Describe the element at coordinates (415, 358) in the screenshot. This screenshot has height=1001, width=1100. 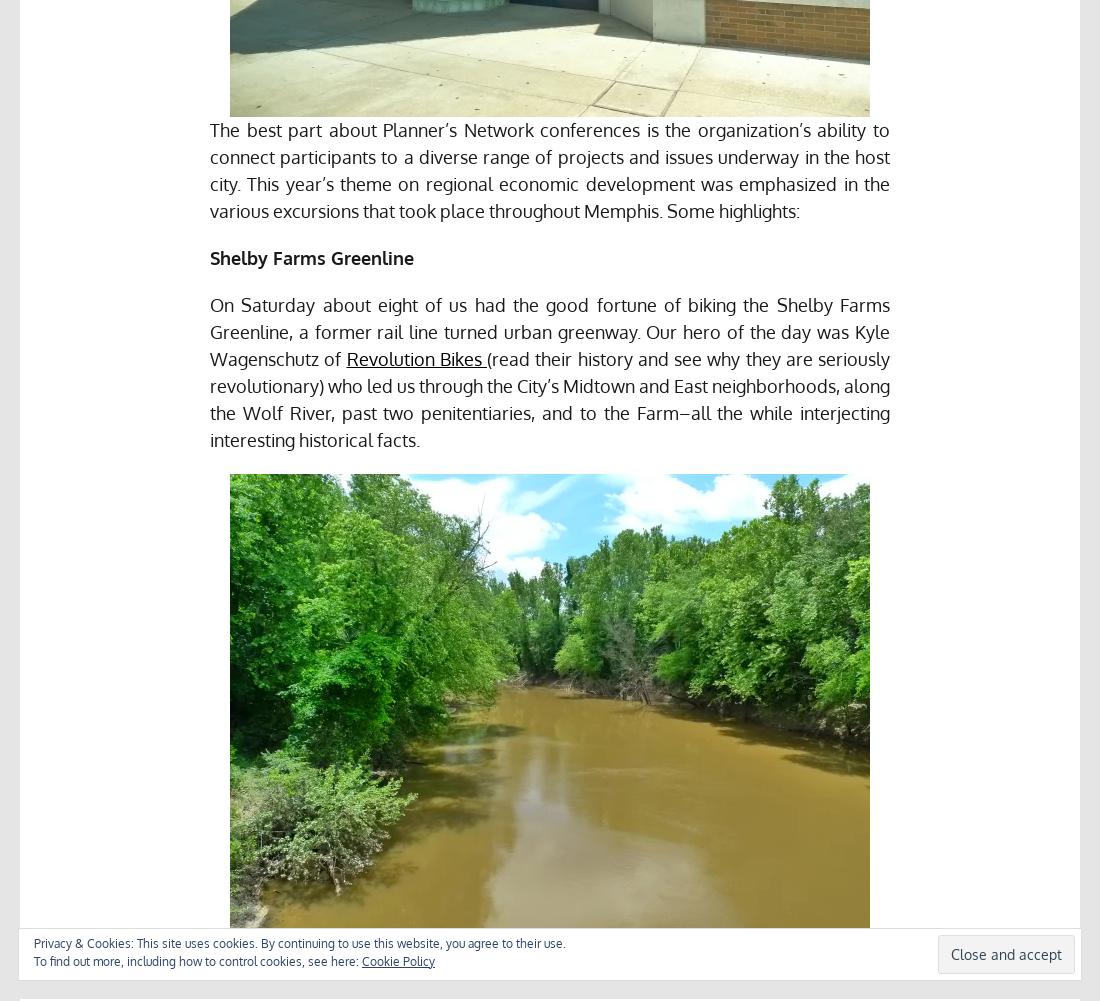
I see `'Revolution Bikes'` at that location.